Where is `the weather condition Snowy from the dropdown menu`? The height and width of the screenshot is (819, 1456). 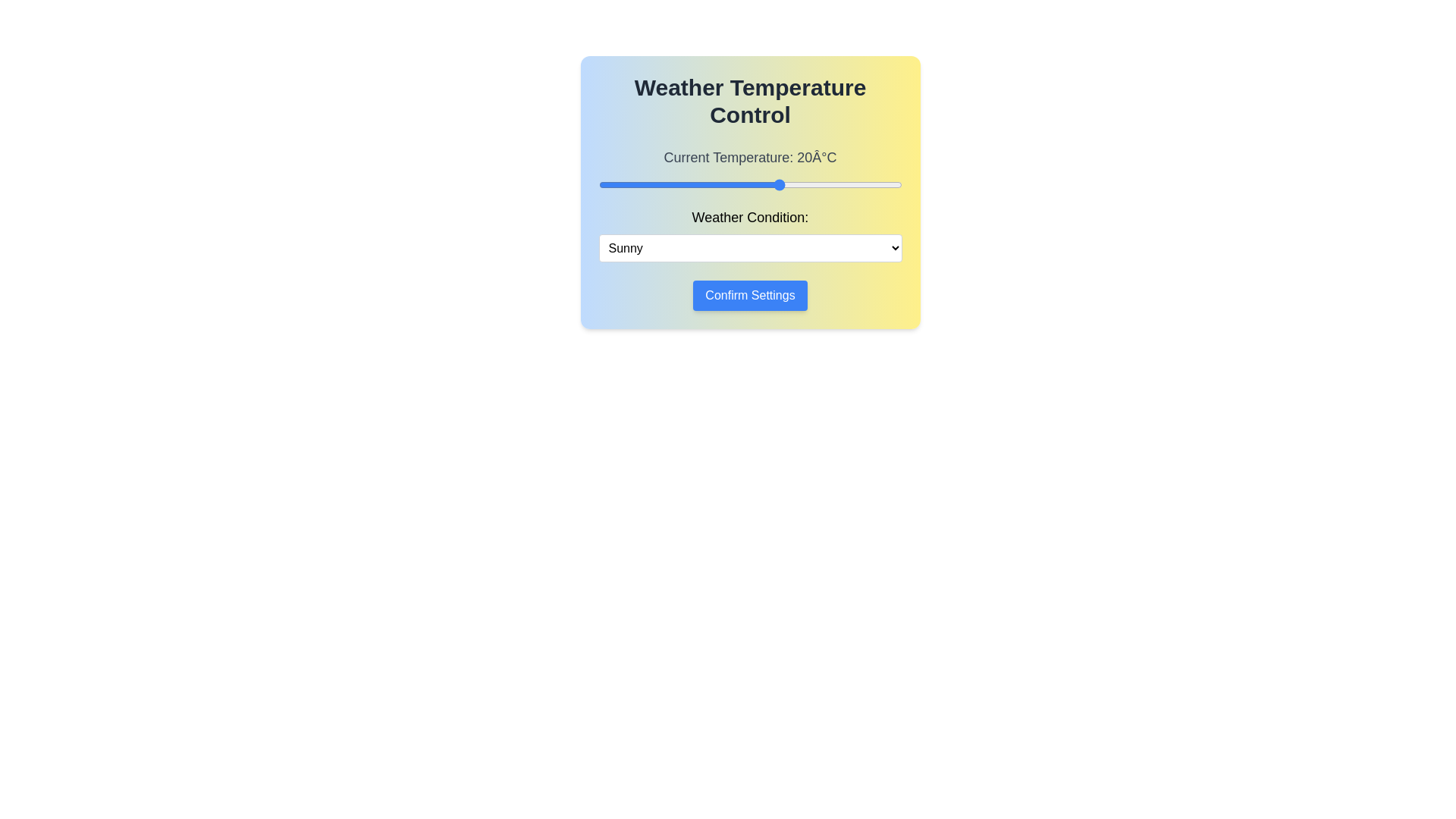 the weather condition Snowy from the dropdown menu is located at coordinates (750, 247).